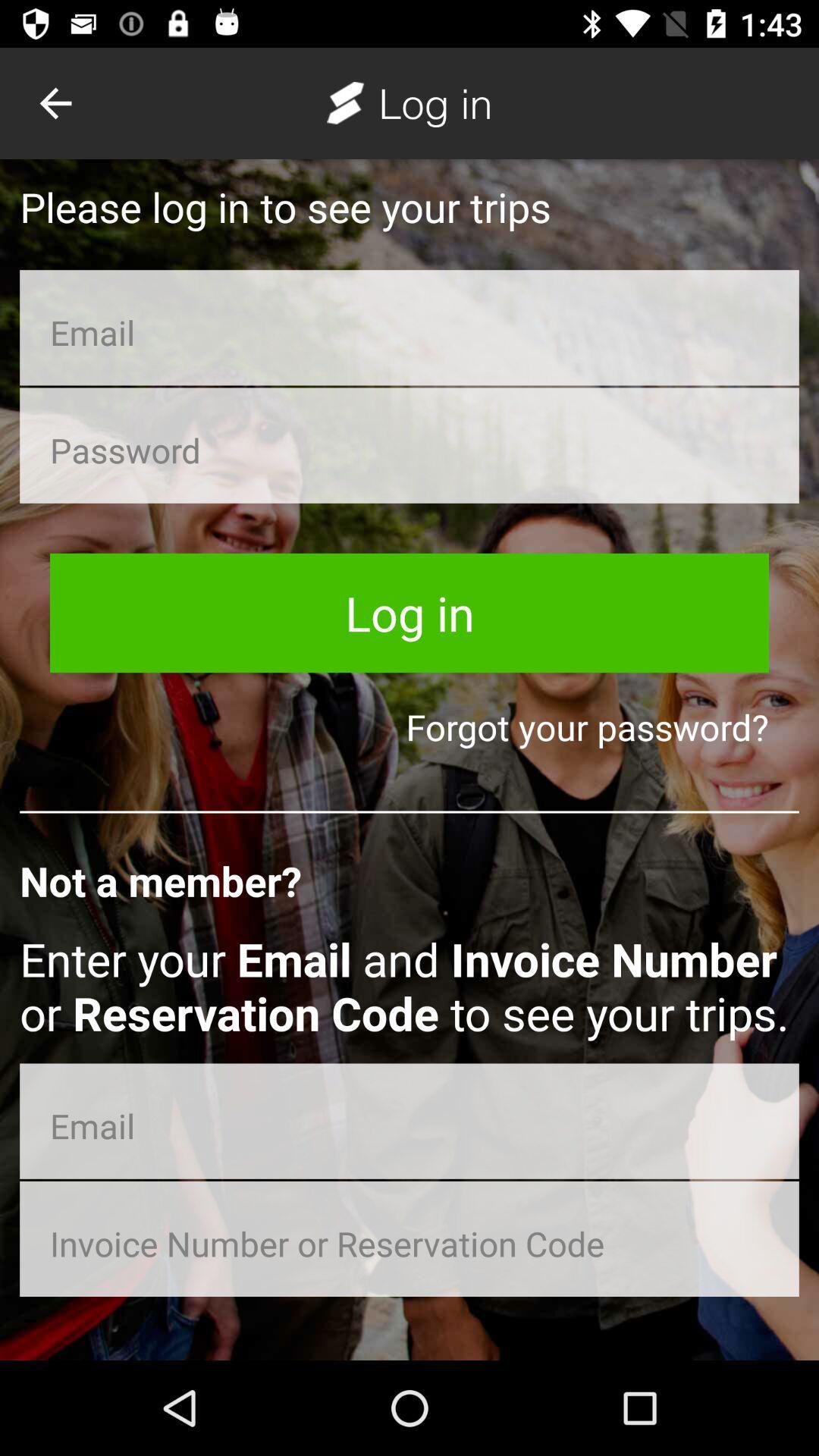 The width and height of the screenshot is (819, 1456). Describe the element at coordinates (409, 1121) in the screenshot. I see `email in the box` at that location.